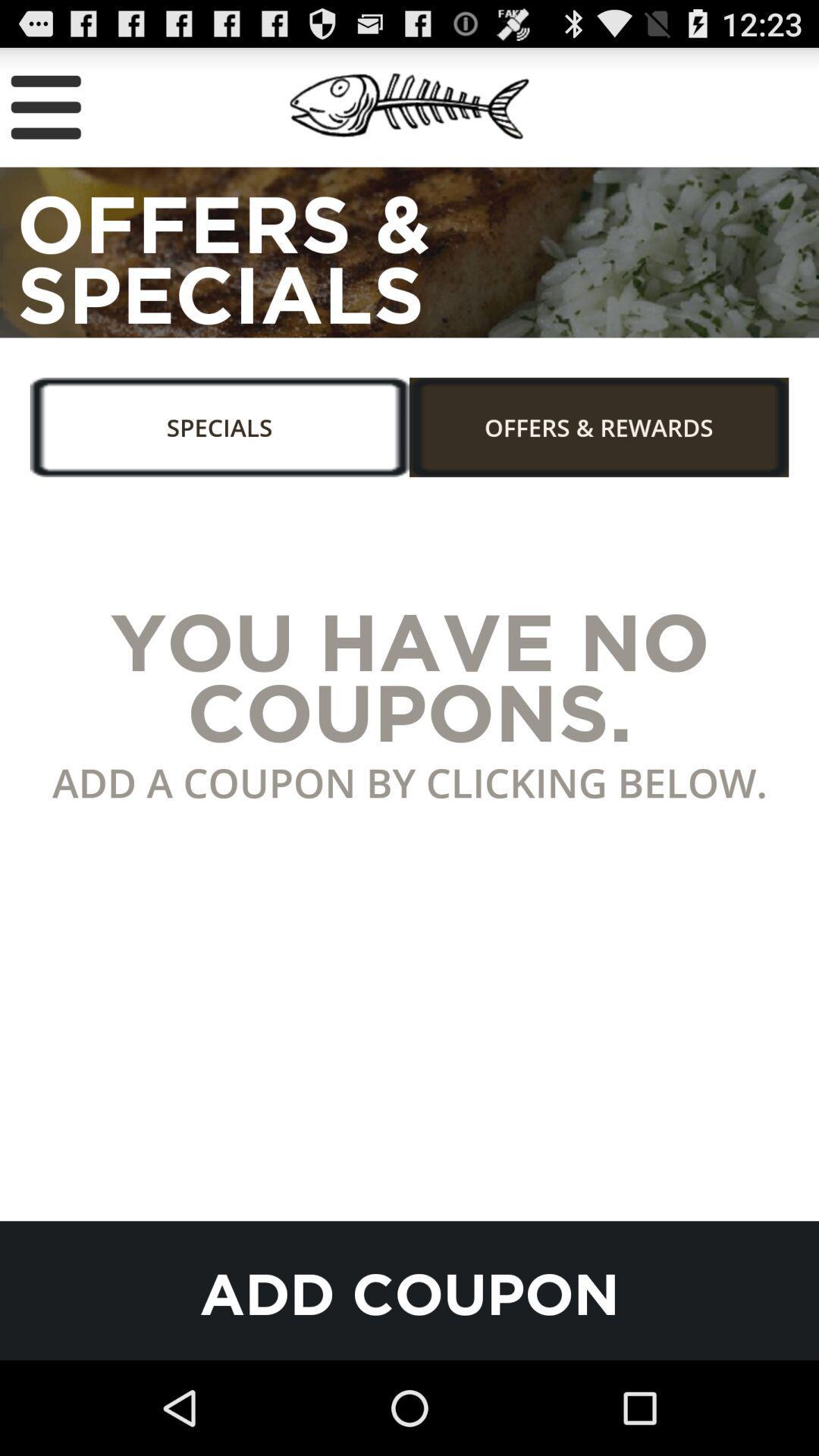 The image size is (819, 1456). Describe the element at coordinates (231, 435) in the screenshot. I see `the text on the left of  offers  rewards` at that location.